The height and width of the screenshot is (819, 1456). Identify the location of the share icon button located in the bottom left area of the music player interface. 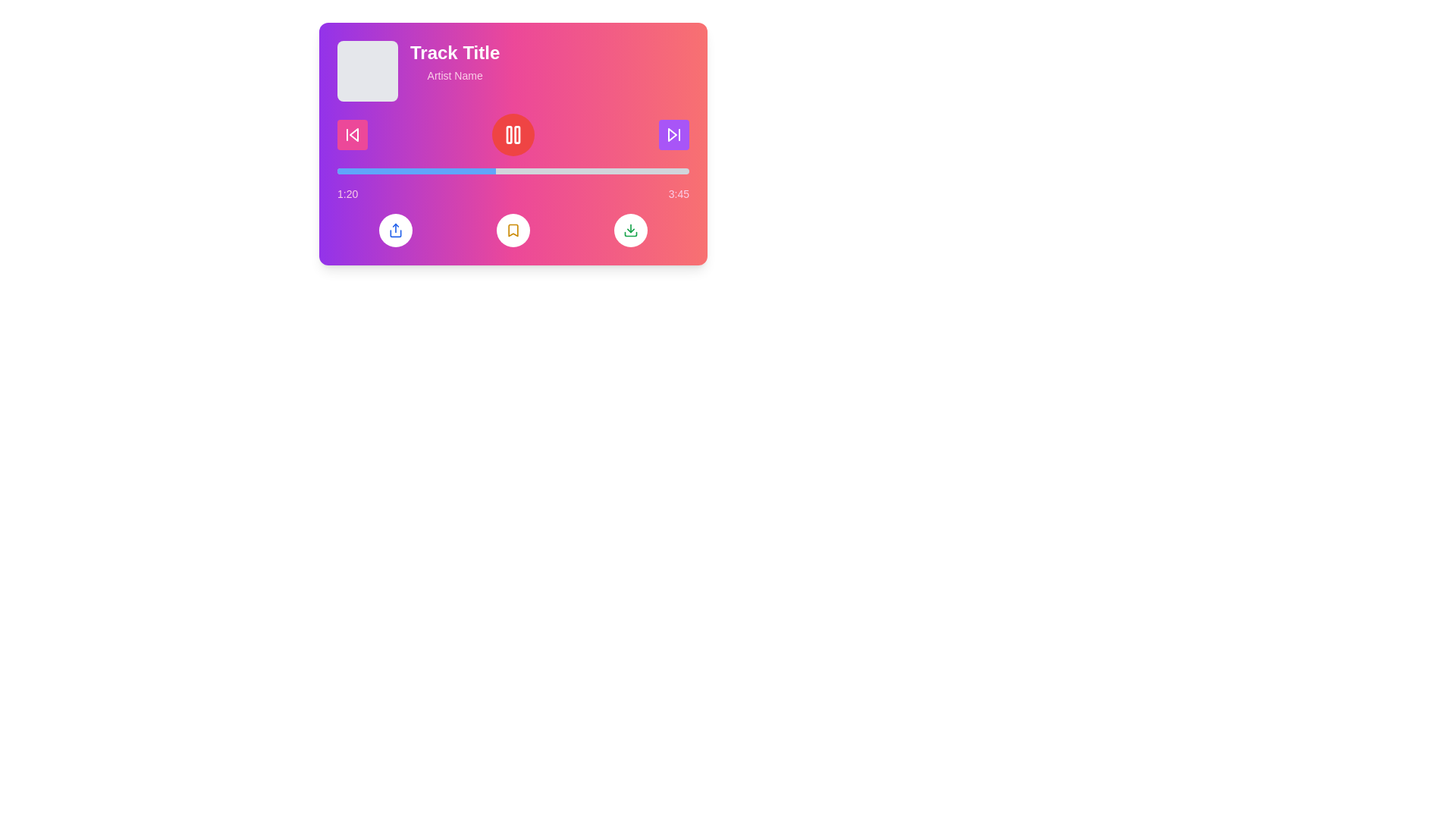
(396, 231).